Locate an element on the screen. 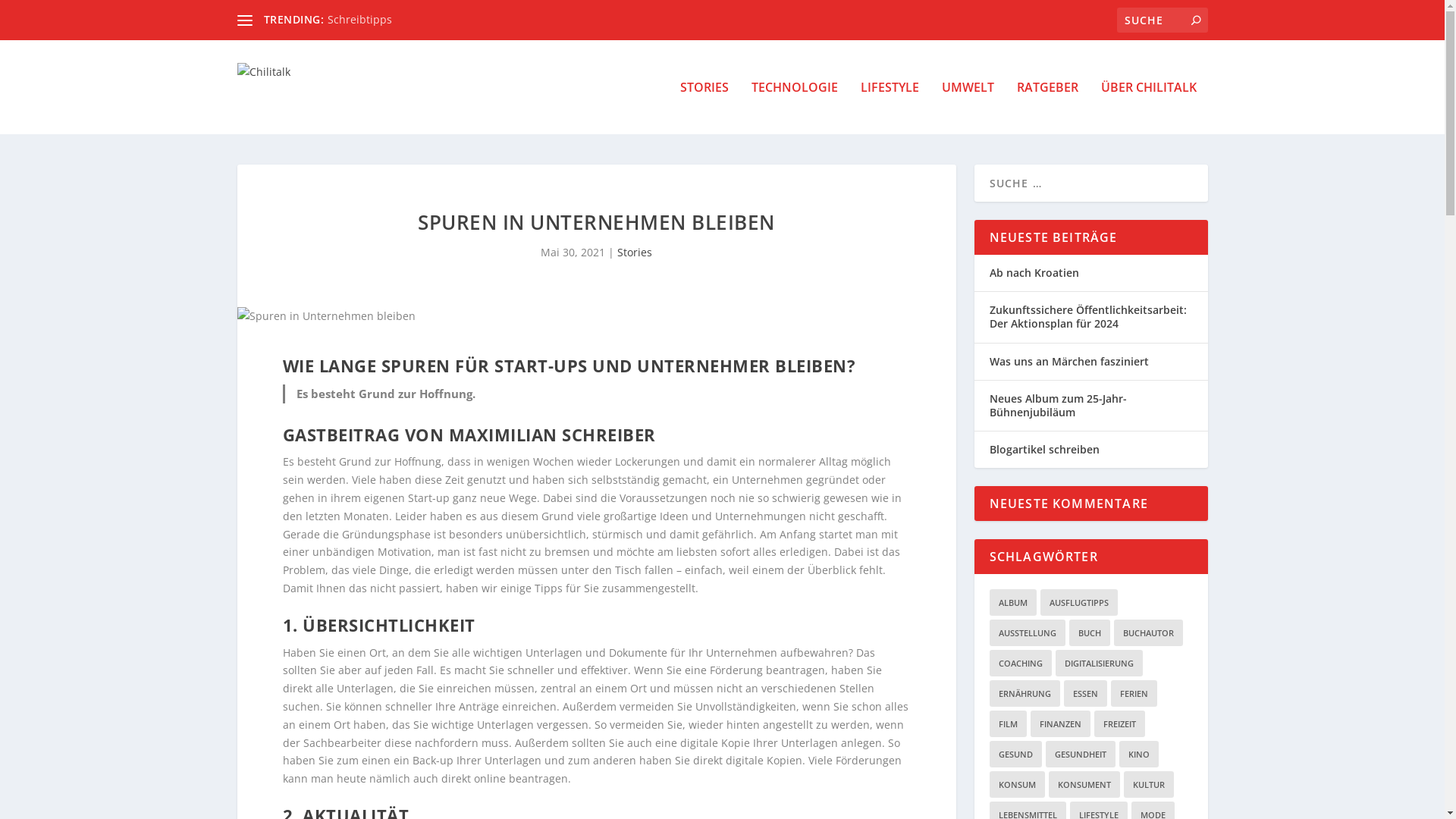 The height and width of the screenshot is (819, 1456). 'RATGEBER' is located at coordinates (1046, 107).